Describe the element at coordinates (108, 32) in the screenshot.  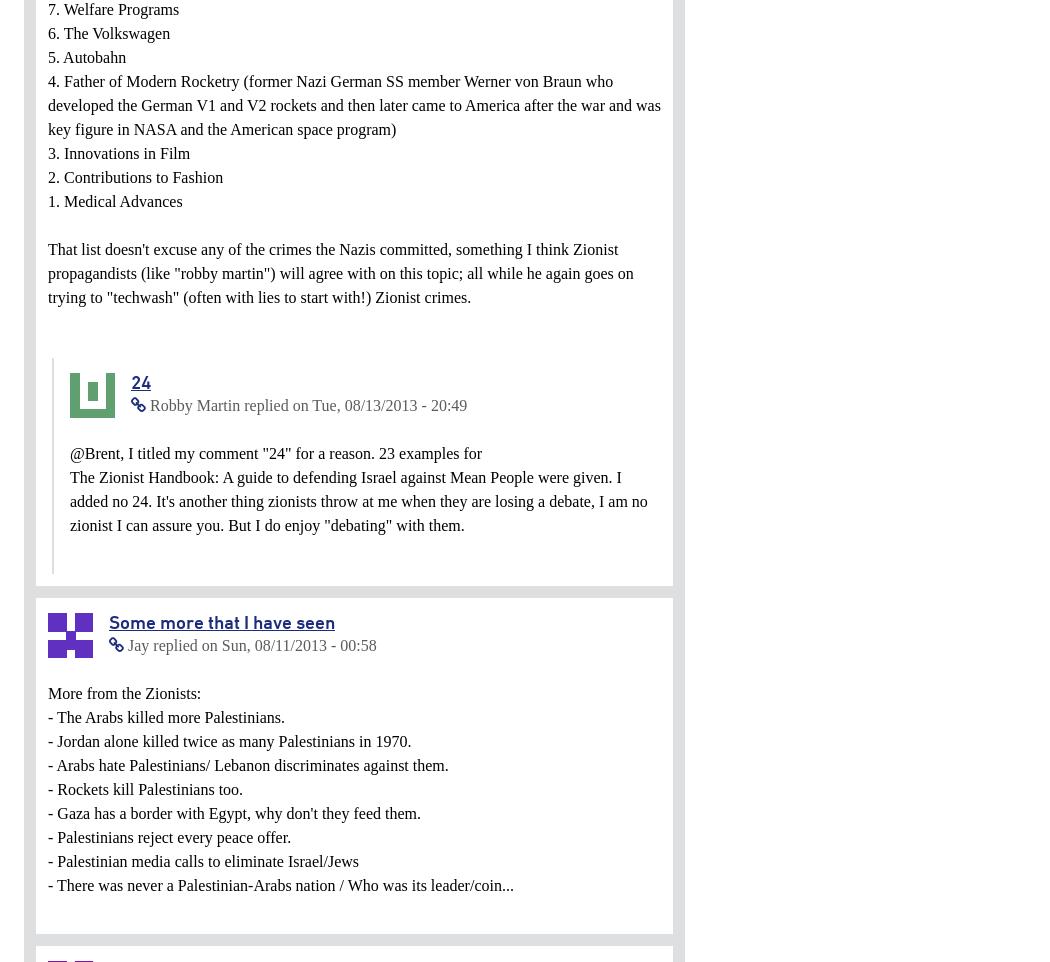
I see `'6. The Volkswagen'` at that location.